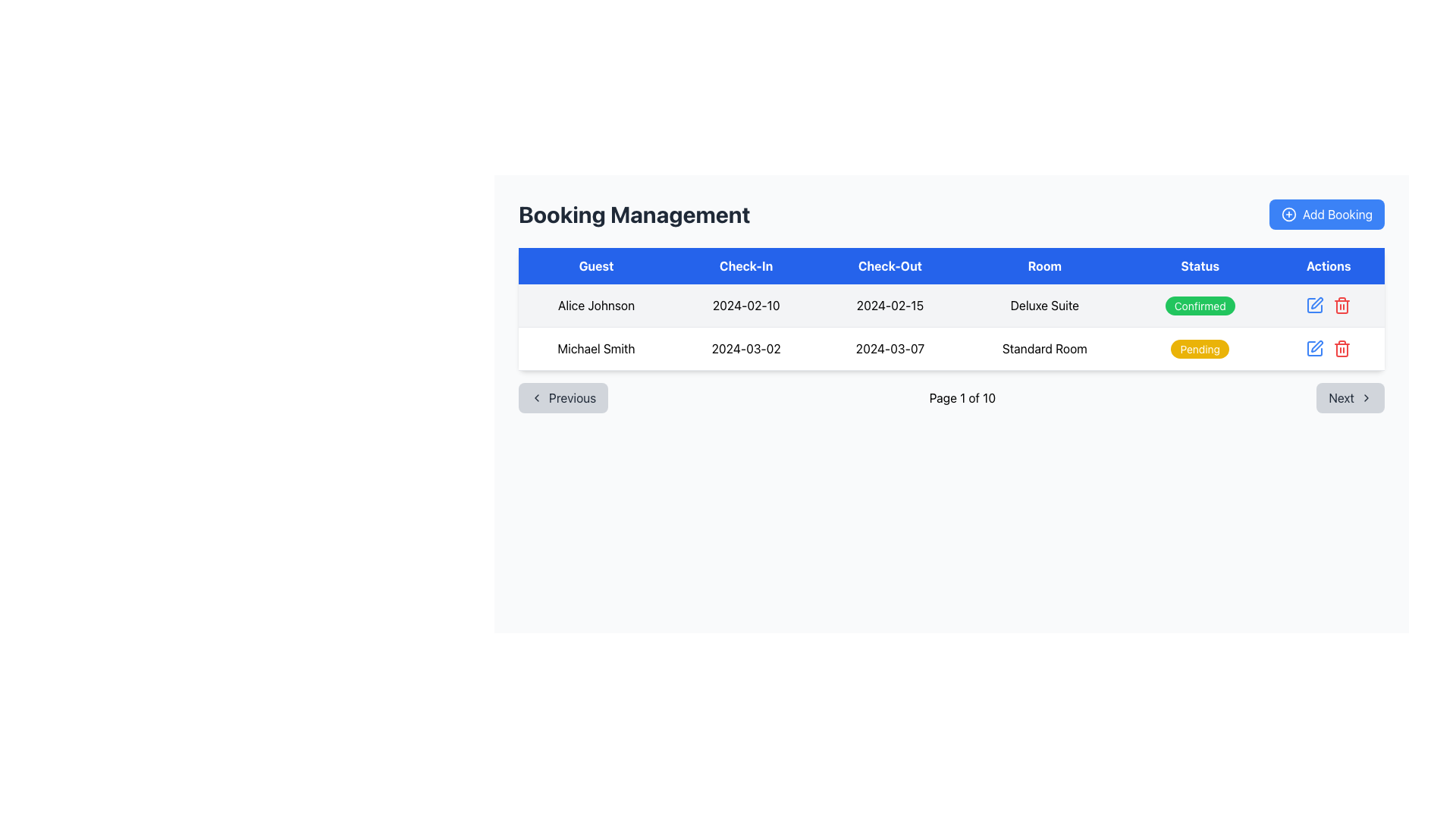  Describe the element at coordinates (1199, 306) in the screenshot. I see `the green 'Confirmed' status indicator badge in the 'Status' column of Alice Johnson's hotel booking row` at that location.